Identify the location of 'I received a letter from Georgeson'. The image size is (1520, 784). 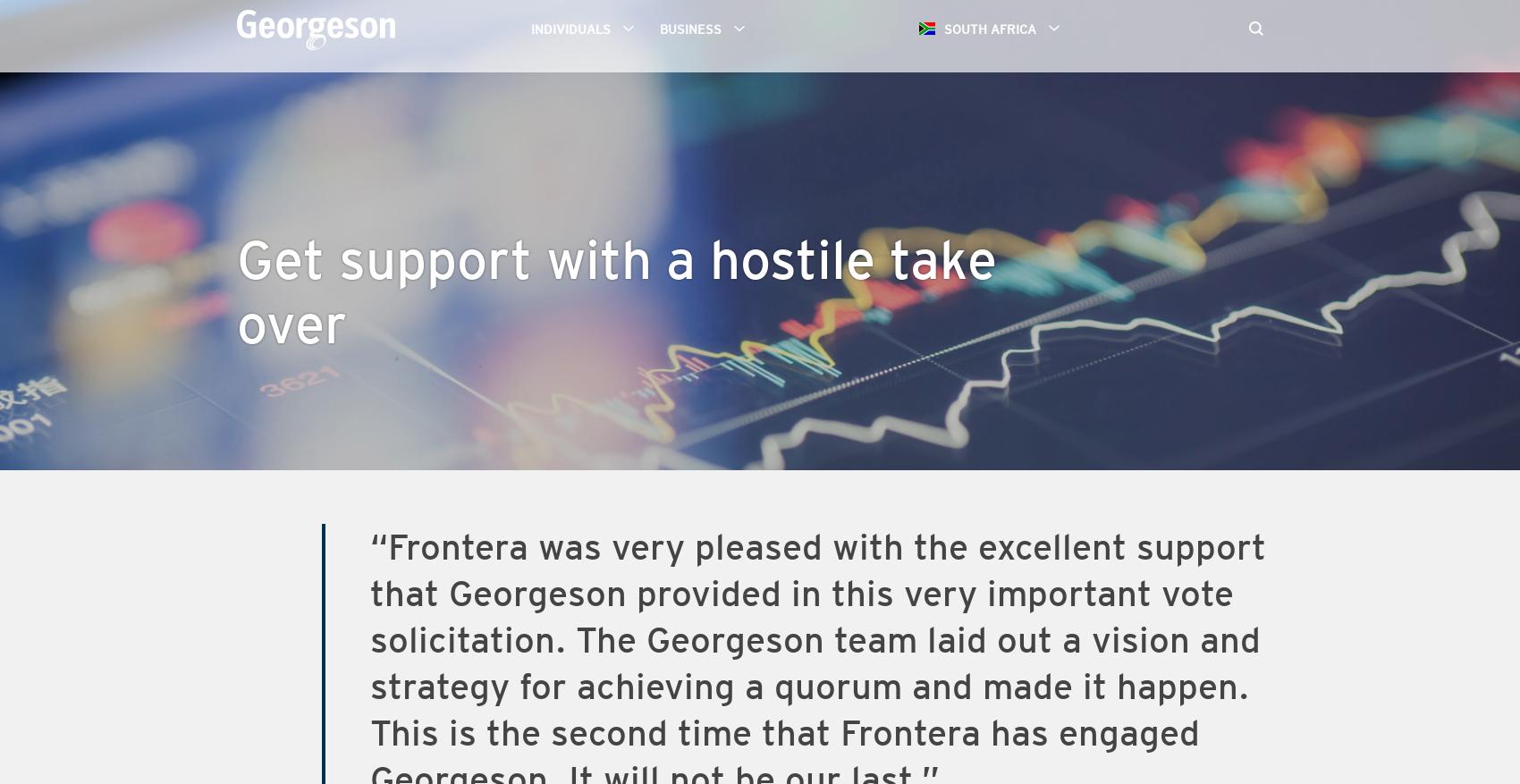
(237, 155).